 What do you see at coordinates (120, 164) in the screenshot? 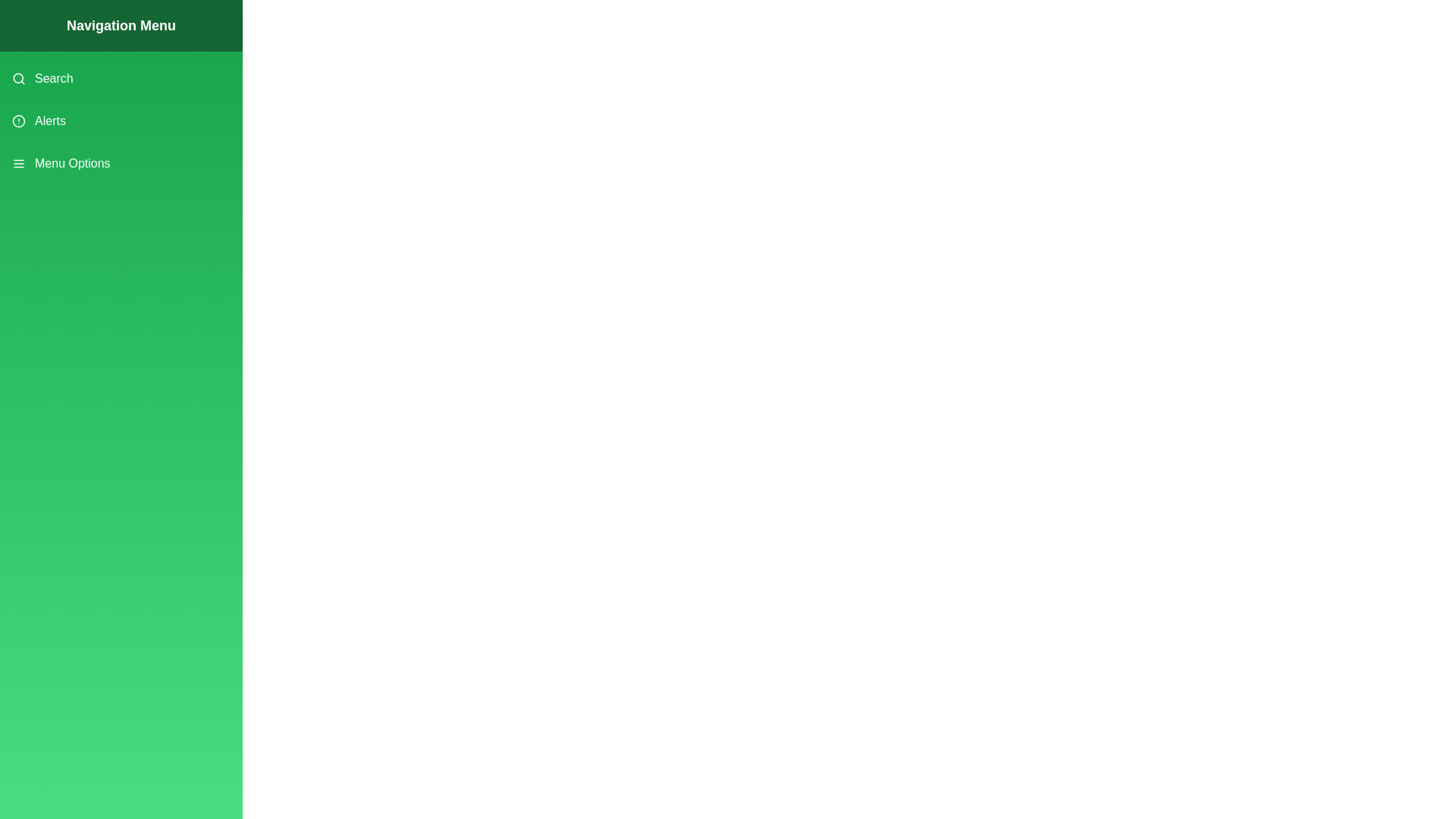
I see `the menu item Menu Options from the drawer` at bounding box center [120, 164].